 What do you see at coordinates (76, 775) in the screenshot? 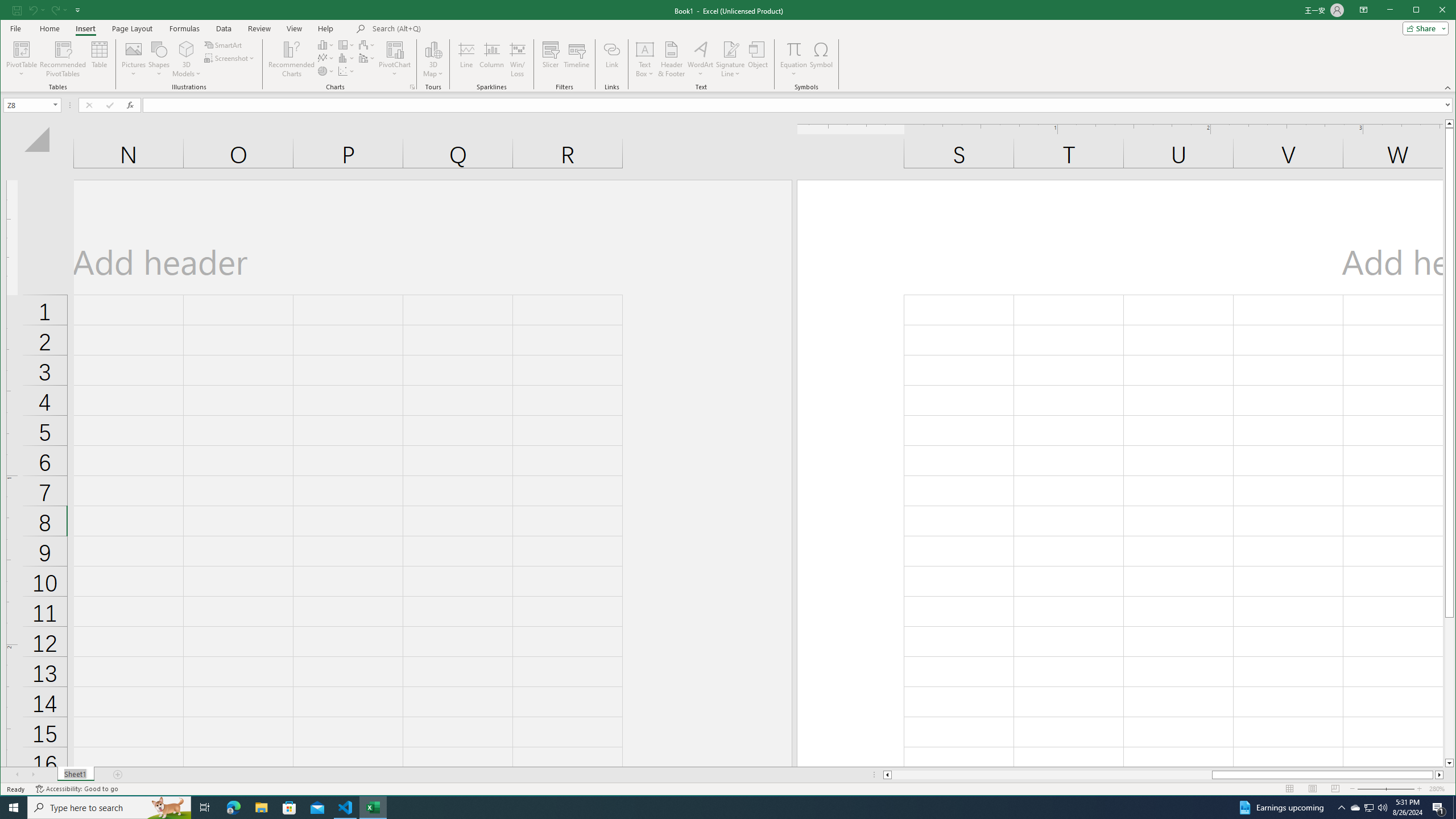
I see `'Sheet Tab'` at bounding box center [76, 775].